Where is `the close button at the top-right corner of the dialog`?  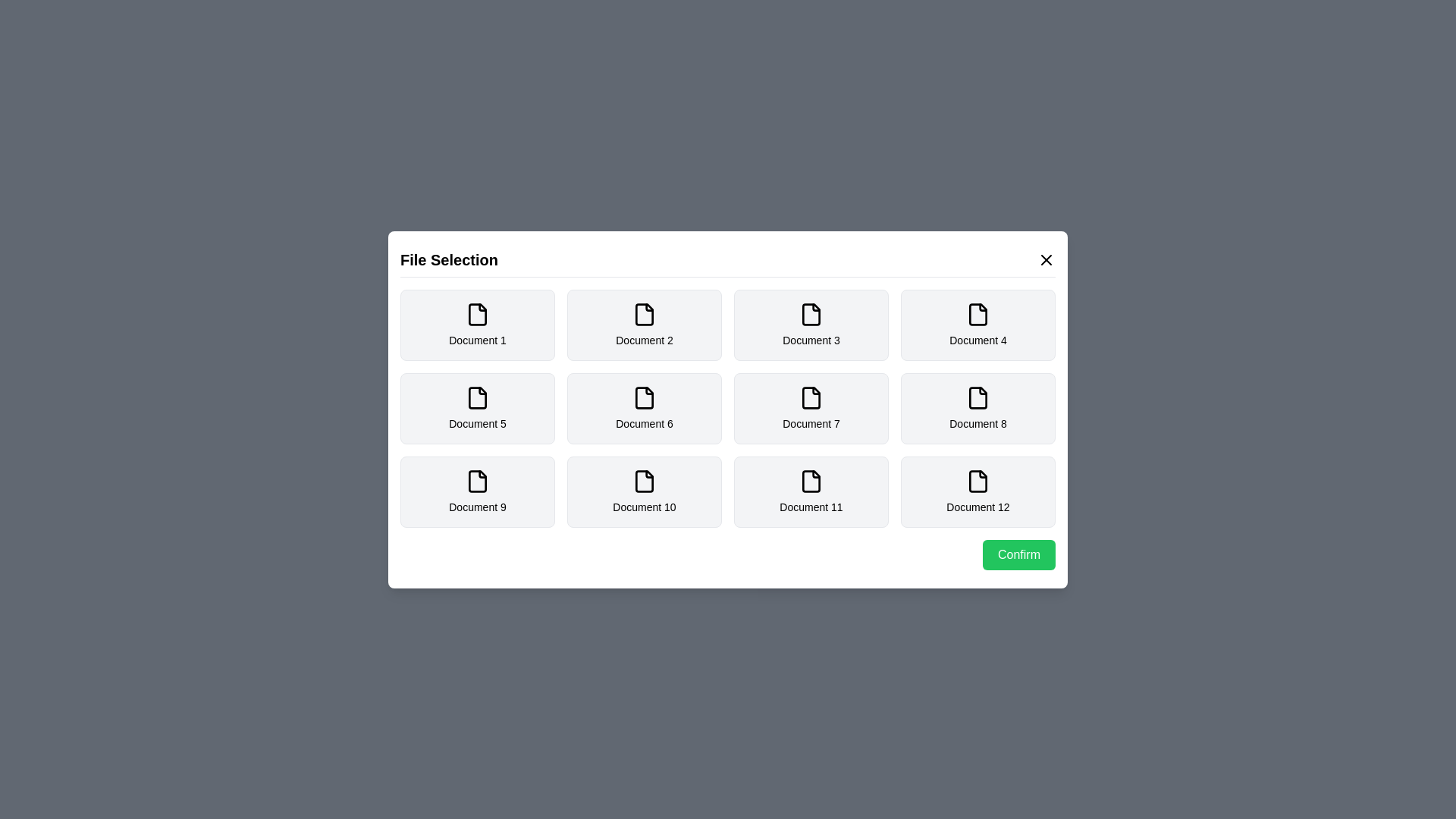 the close button at the top-right corner of the dialog is located at coordinates (1046, 259).